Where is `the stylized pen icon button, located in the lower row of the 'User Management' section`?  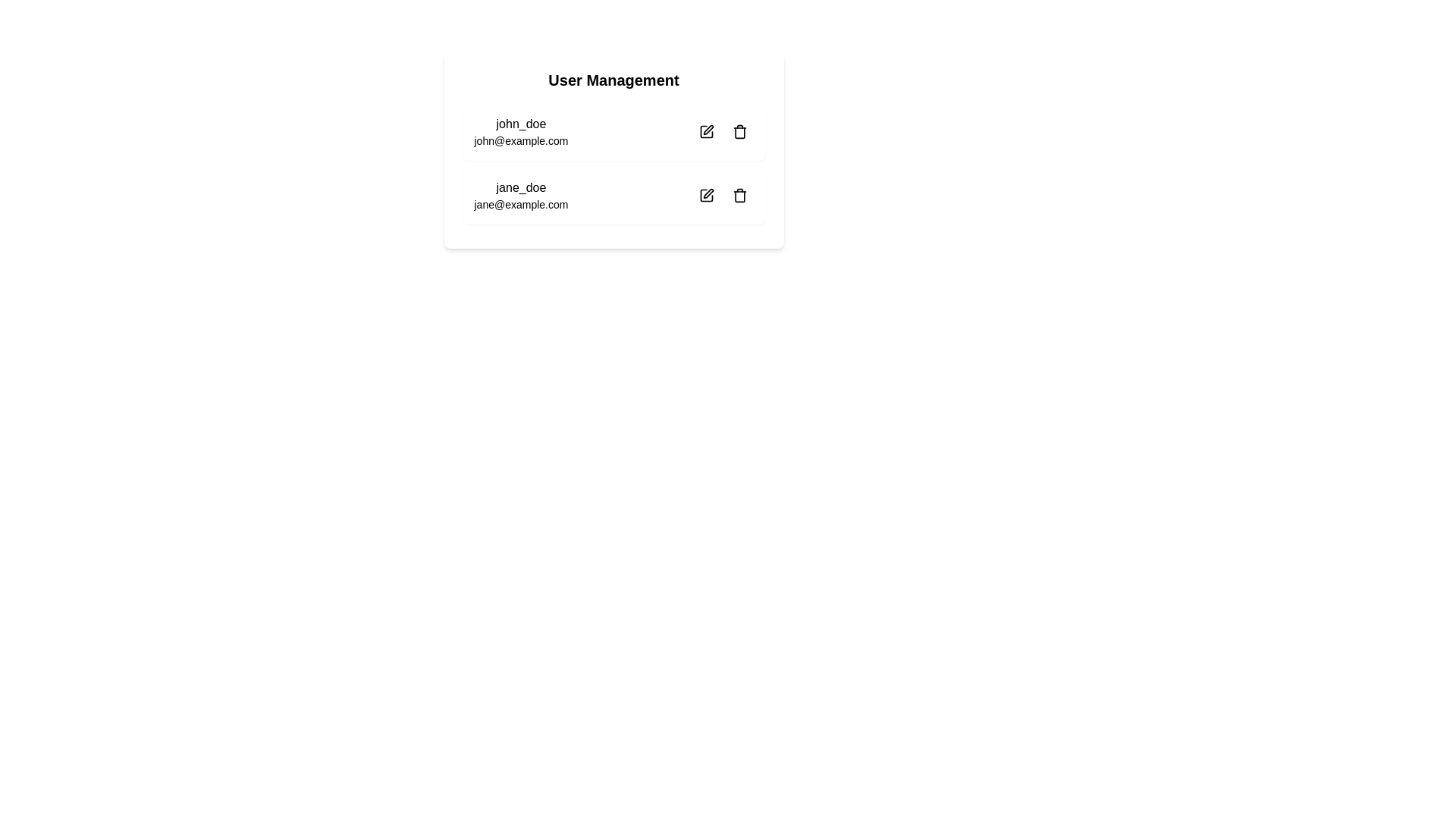
the stylized pen icon button, located in the lower row of the 'User Management' section is located at coordinates (708, 193).